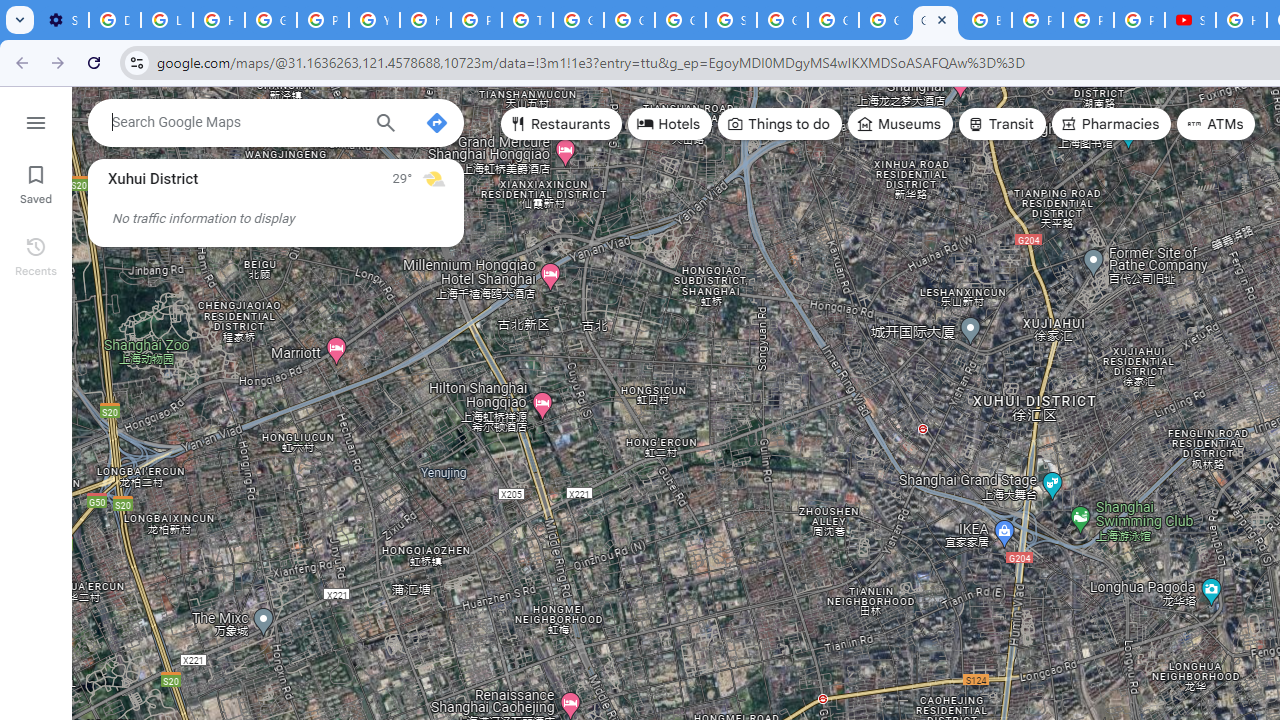 The width and height of the screenshot is (1280, 720). I want to click on 'Directions', so click(435, 123).